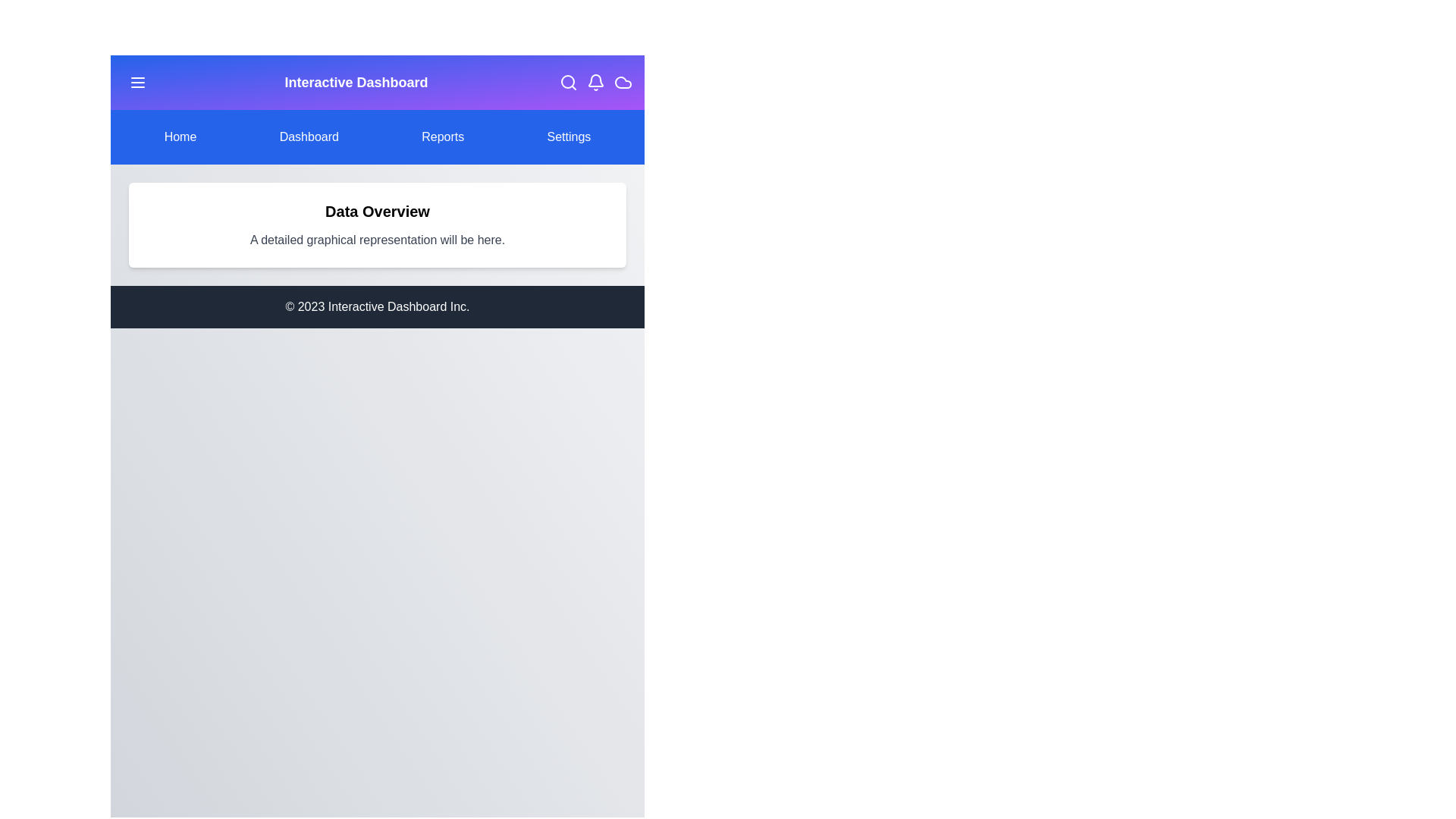 The height and width of the screenshot is (819, 1456). I want to click on the menu toggle button located in the header, so click(138, 82).